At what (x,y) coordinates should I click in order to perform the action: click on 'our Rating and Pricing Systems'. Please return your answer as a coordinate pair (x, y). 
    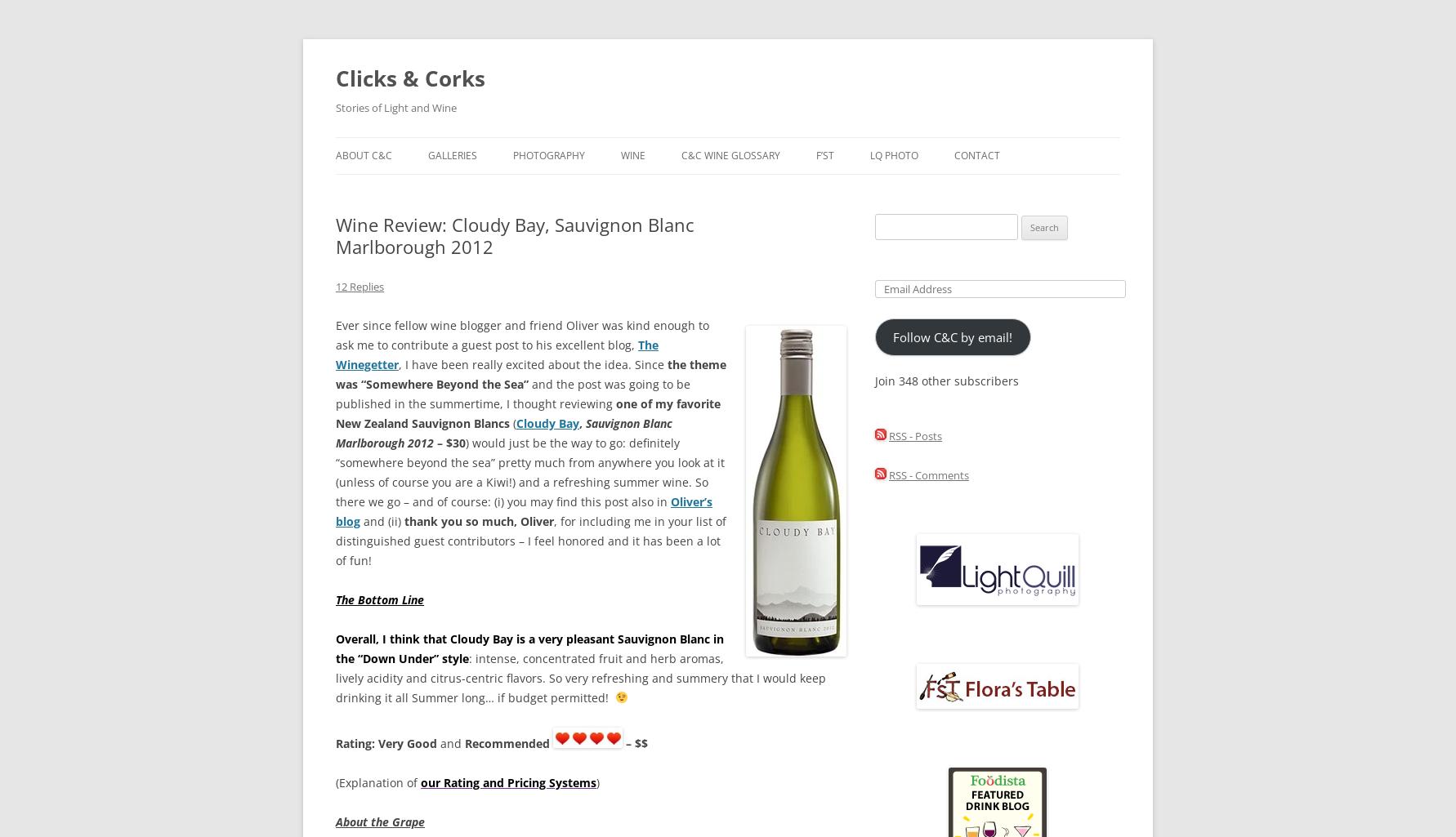
    Looking at the image, I should click on (508, 782).